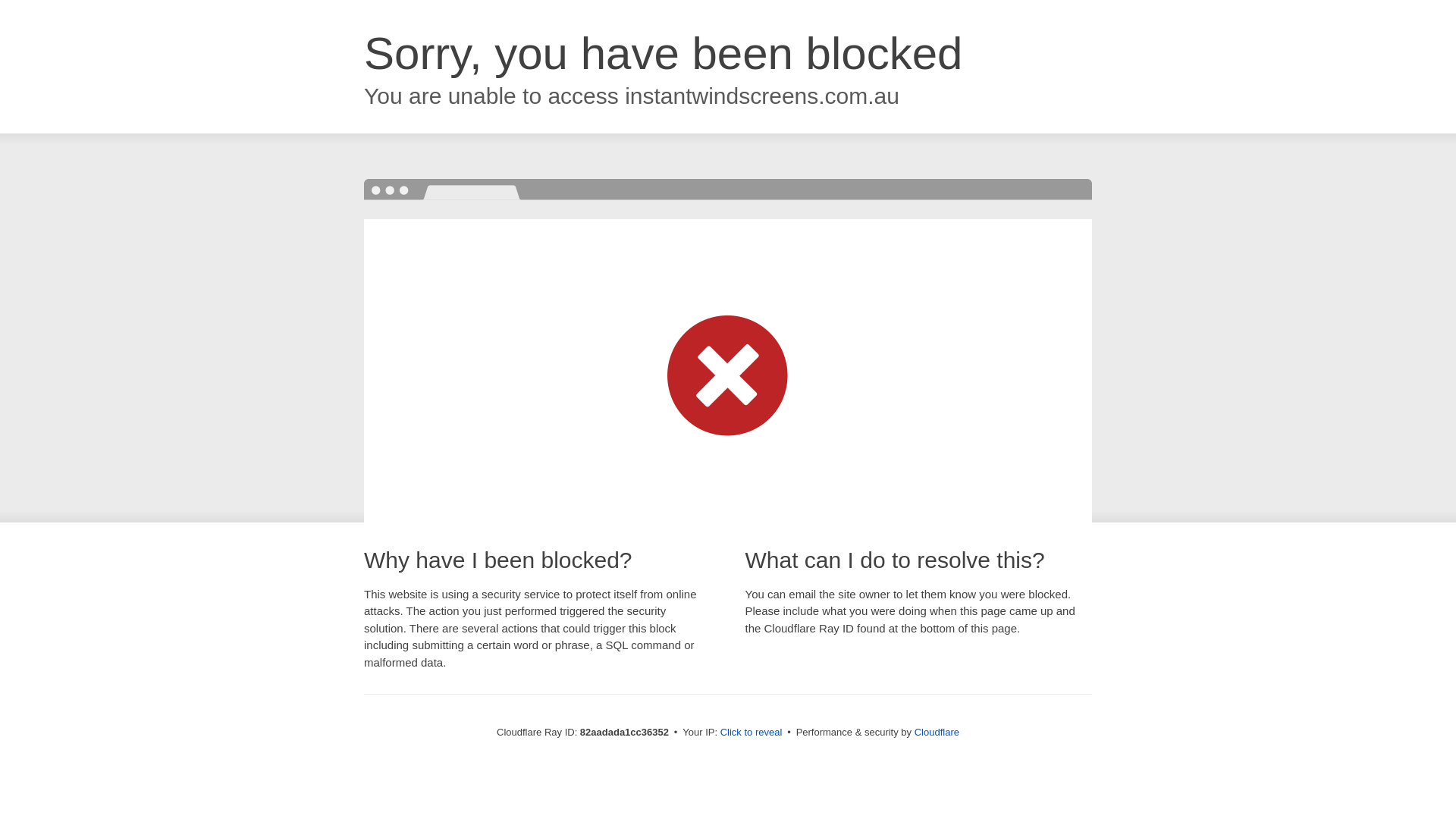  What do you see at coordinates (751, 731) in the screenshot?
I see `'Click to reveal'` at bounding box center [751, 731].